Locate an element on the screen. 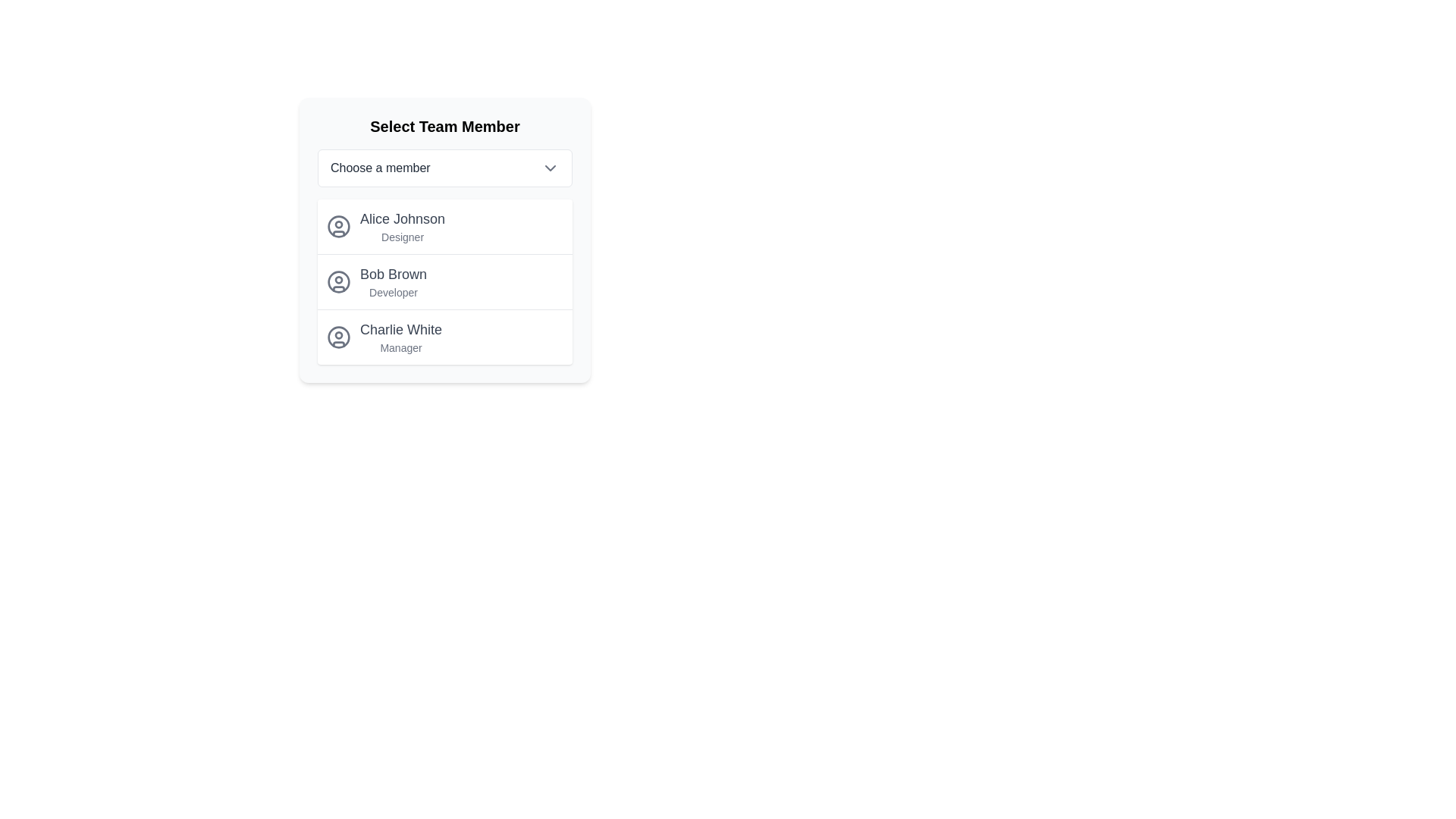 The width and height of the screenshot is (1456, 819). static text heading that reads 'Select Team Member' to understand the purpose of the section is located at coordinates (444, 125).